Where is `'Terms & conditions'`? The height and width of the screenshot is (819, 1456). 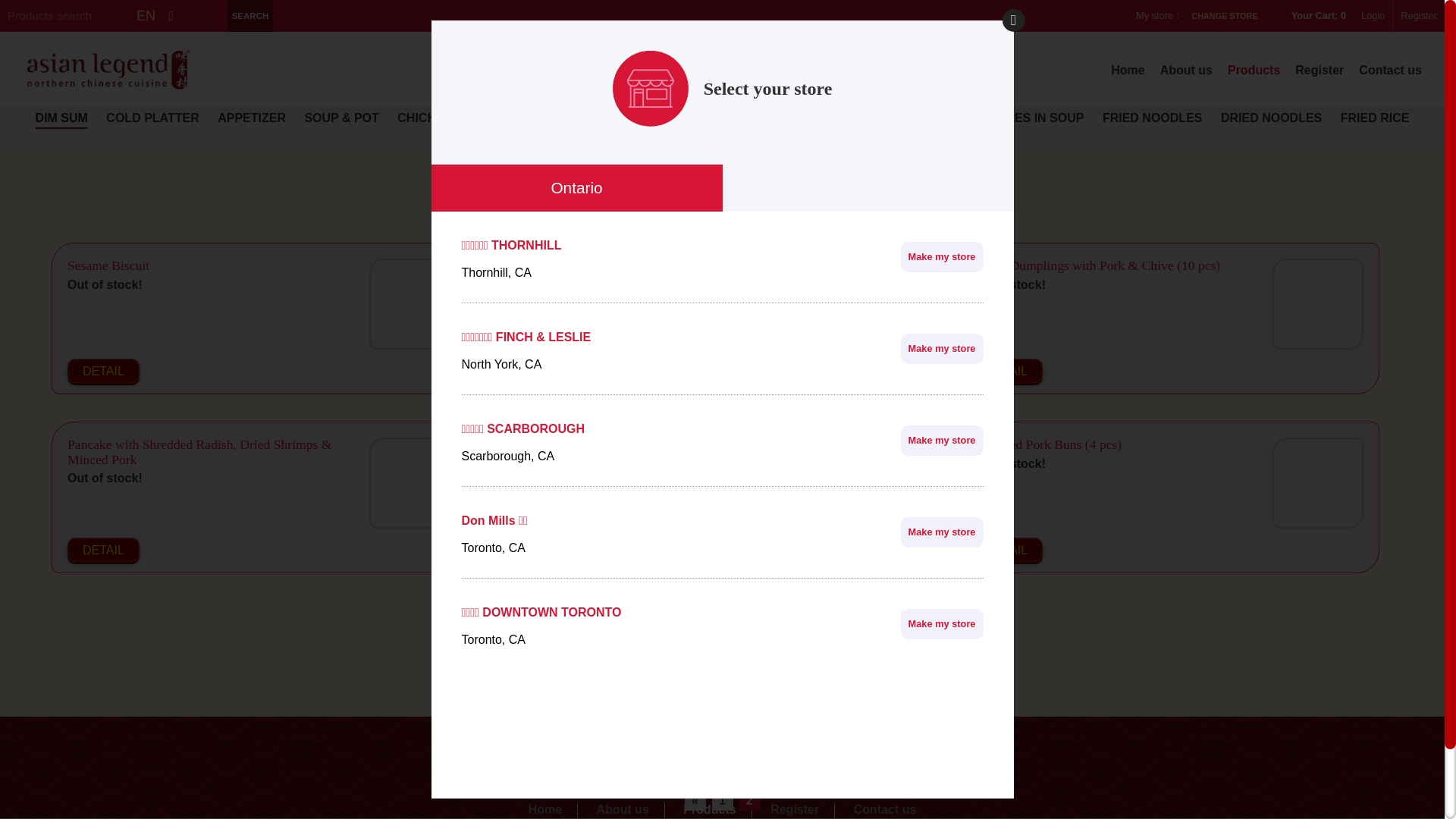 'Terms & conditions' is located at coordinates (720, 768).